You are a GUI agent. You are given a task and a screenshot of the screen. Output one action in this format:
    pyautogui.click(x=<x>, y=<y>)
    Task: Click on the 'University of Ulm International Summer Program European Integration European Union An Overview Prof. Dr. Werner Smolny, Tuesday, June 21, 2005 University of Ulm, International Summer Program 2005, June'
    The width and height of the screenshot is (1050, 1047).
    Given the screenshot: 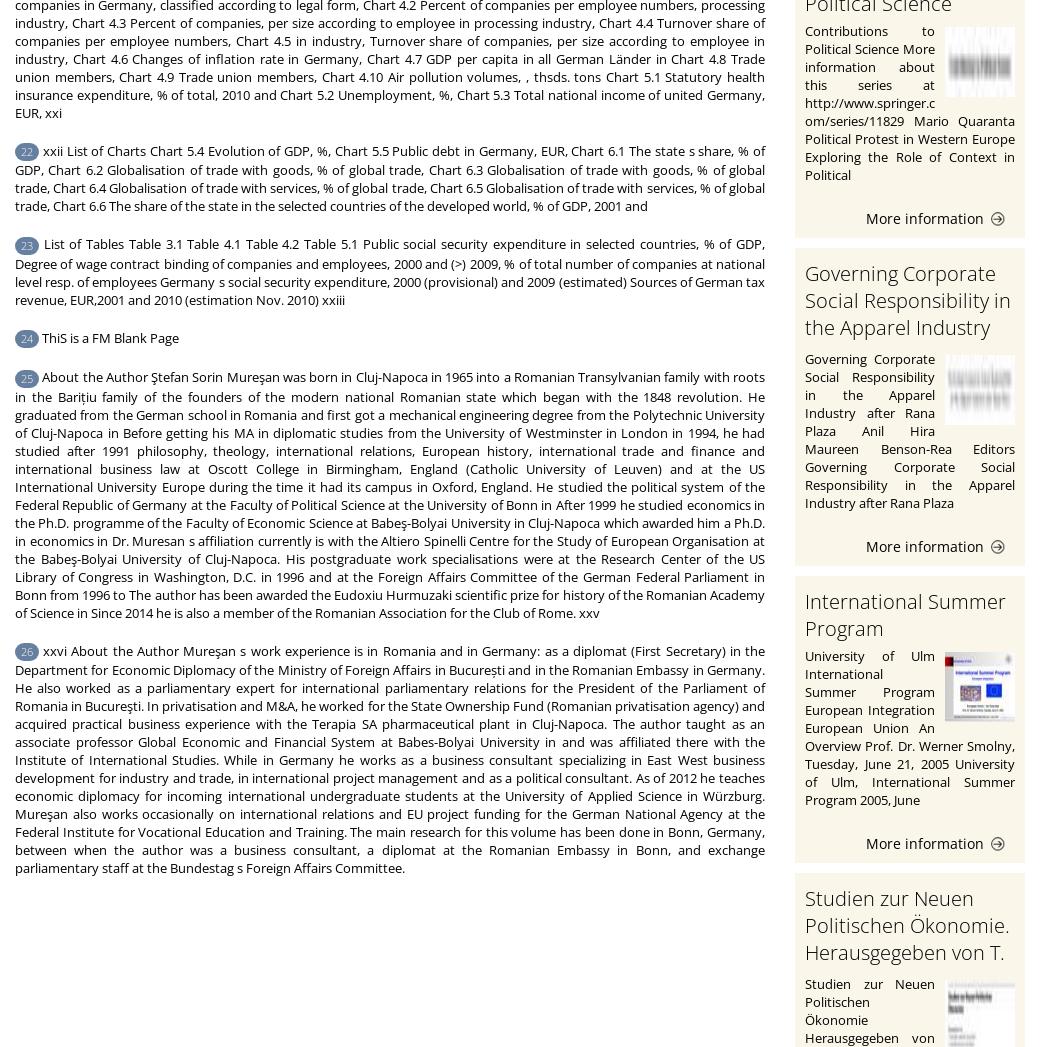 What is the action you would take?
    pyautogui.click(x=910, y=727)
    